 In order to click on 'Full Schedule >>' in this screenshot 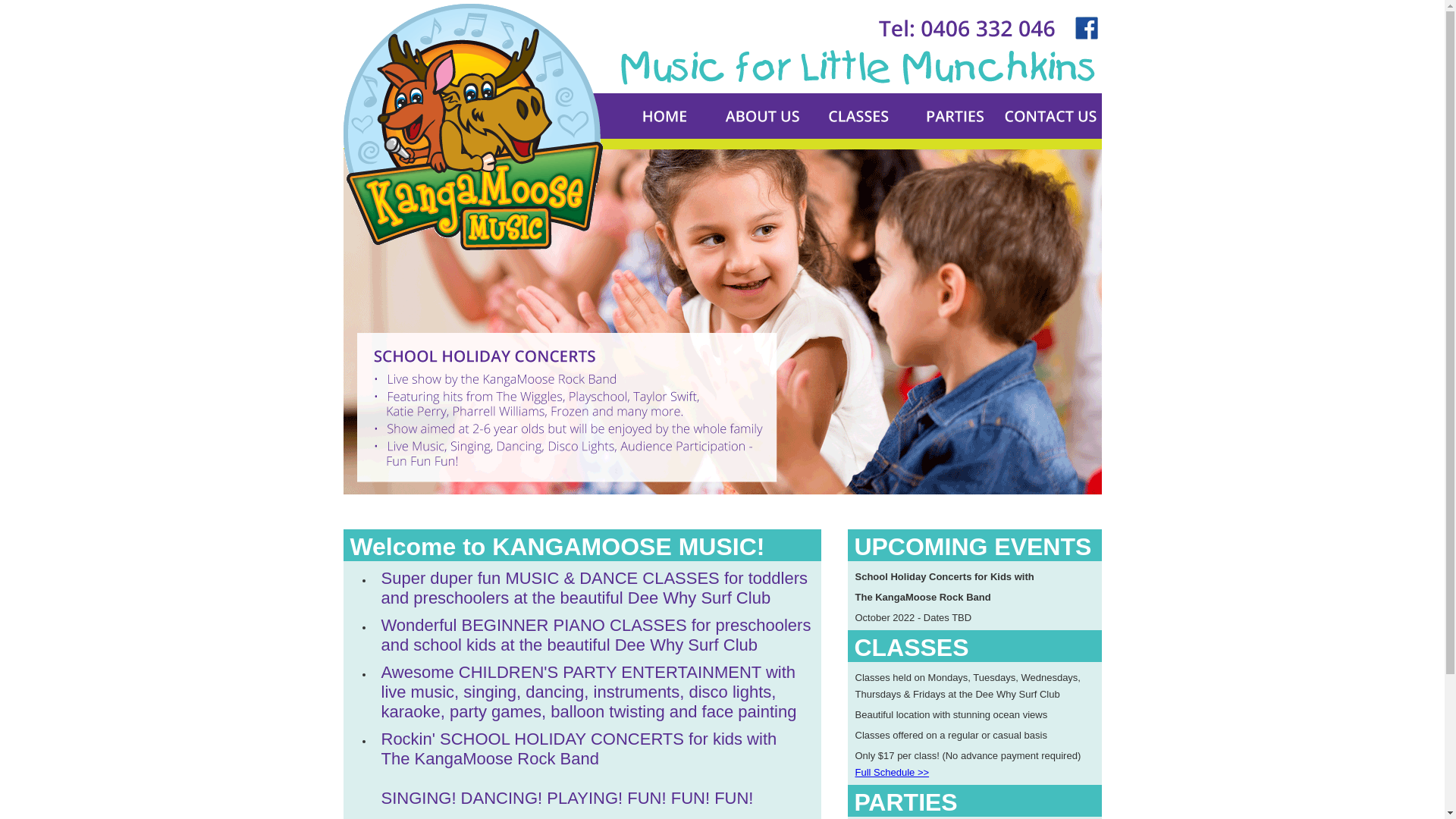, I will do `click(892, 772)`.